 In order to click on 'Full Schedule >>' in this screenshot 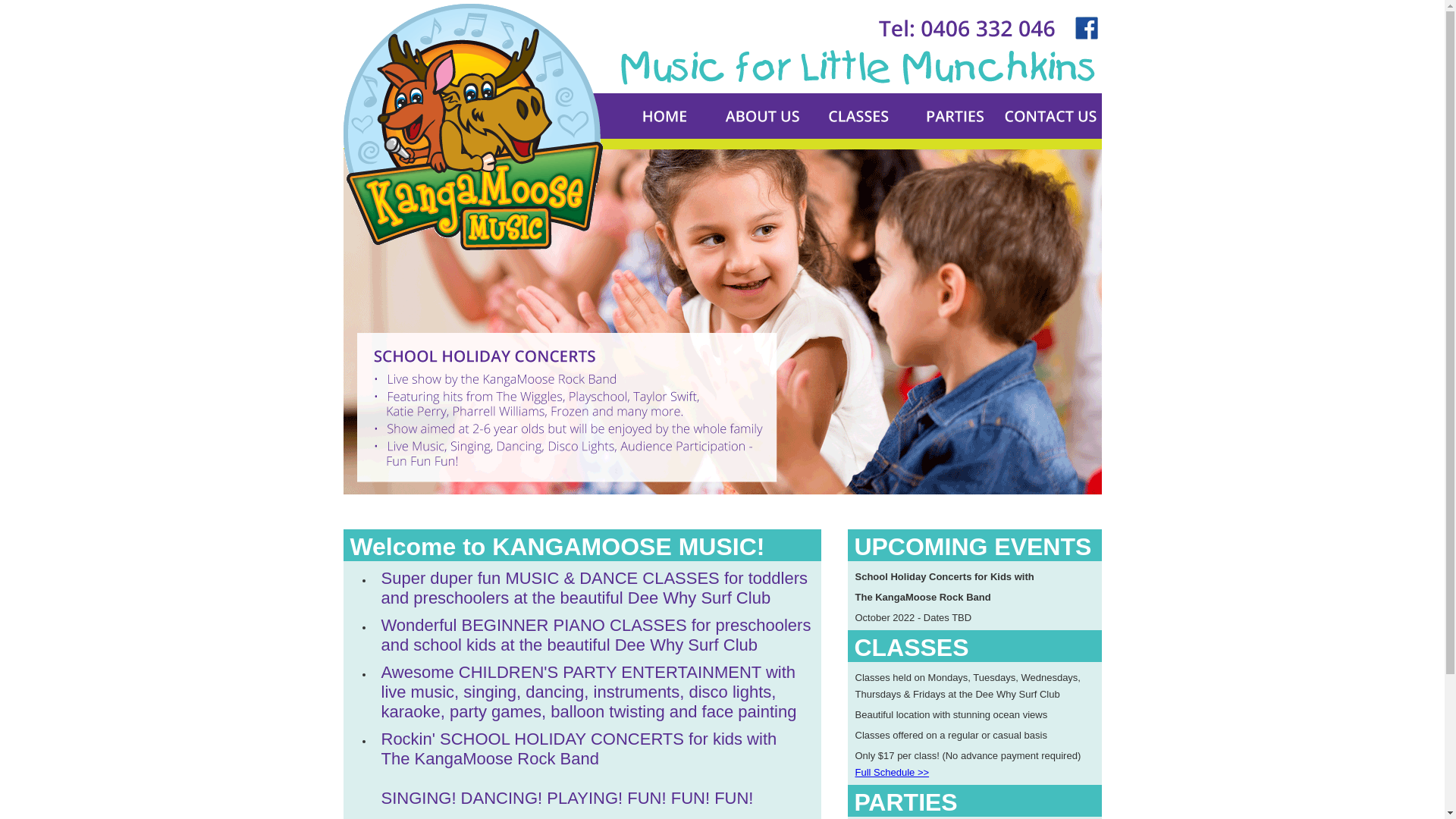, I will do `click(892, 772)`.